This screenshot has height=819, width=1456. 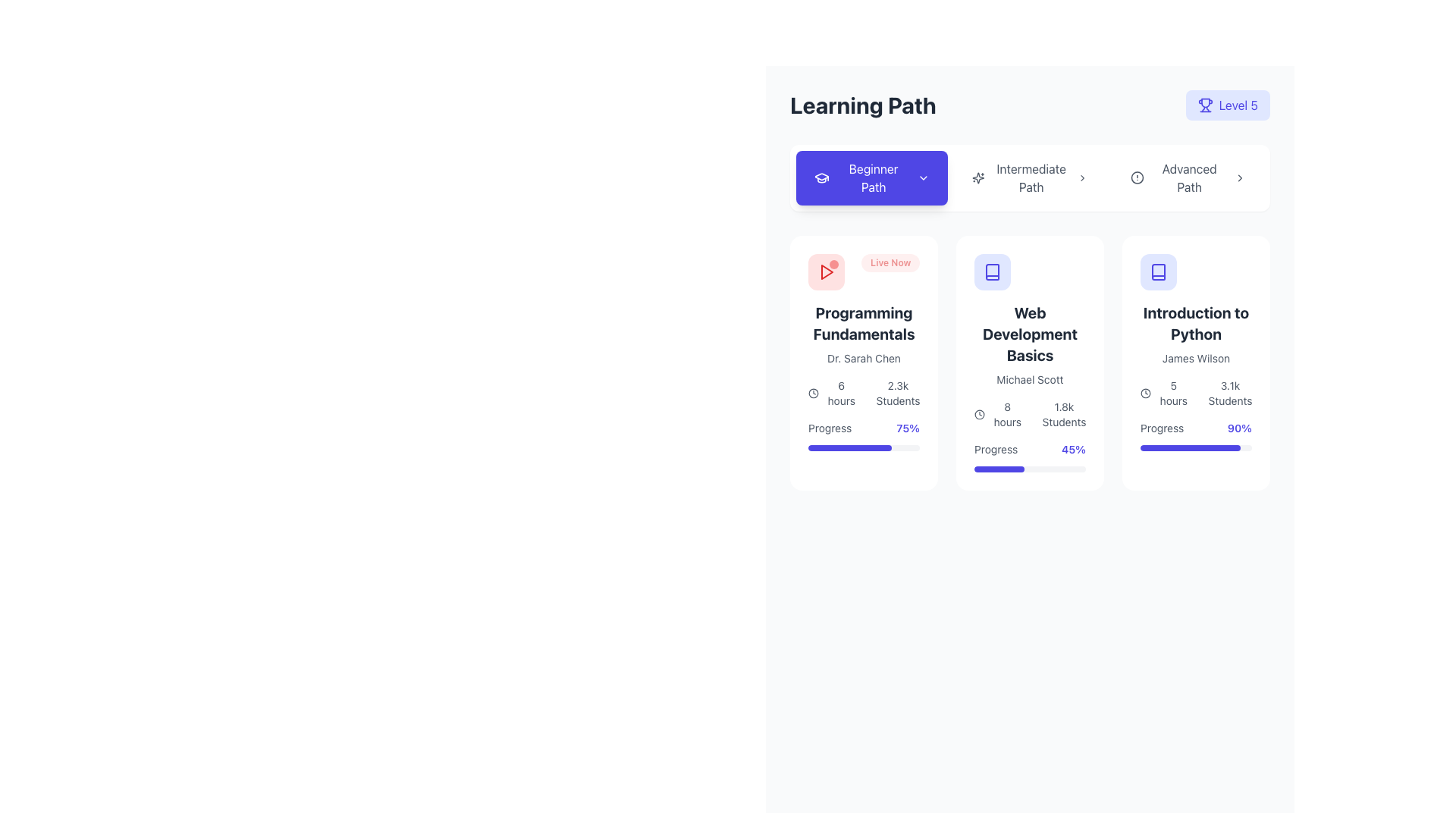 What do you see at coordinates (1238, 104) in the screenshot?
I see `the Text label indicating the level status, which shows 'Level 5' near the top-right corner of the layout` at bounding box center [1238, 104].